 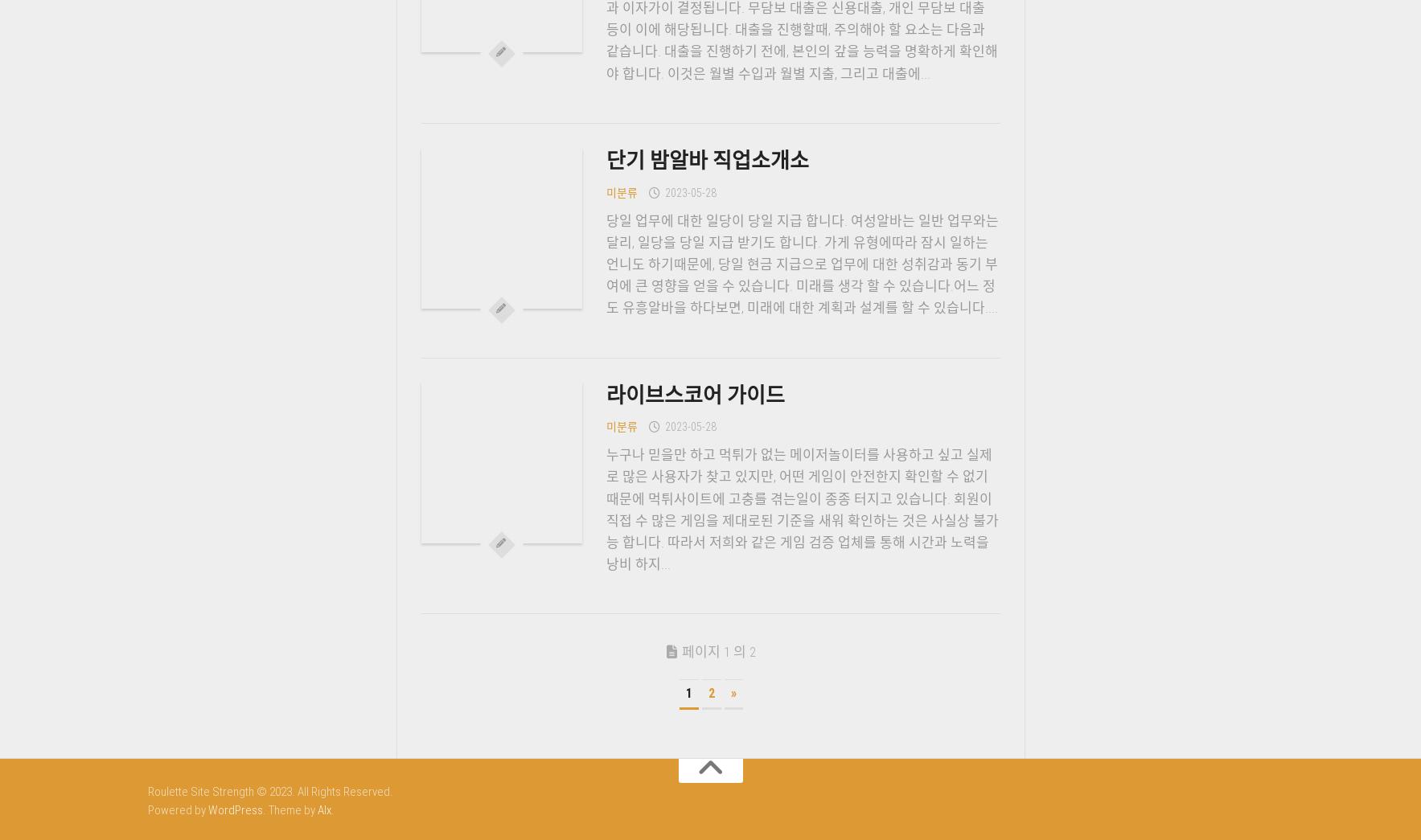 I want to click on '페이지 1 의 2', so click(x=718, y=652).